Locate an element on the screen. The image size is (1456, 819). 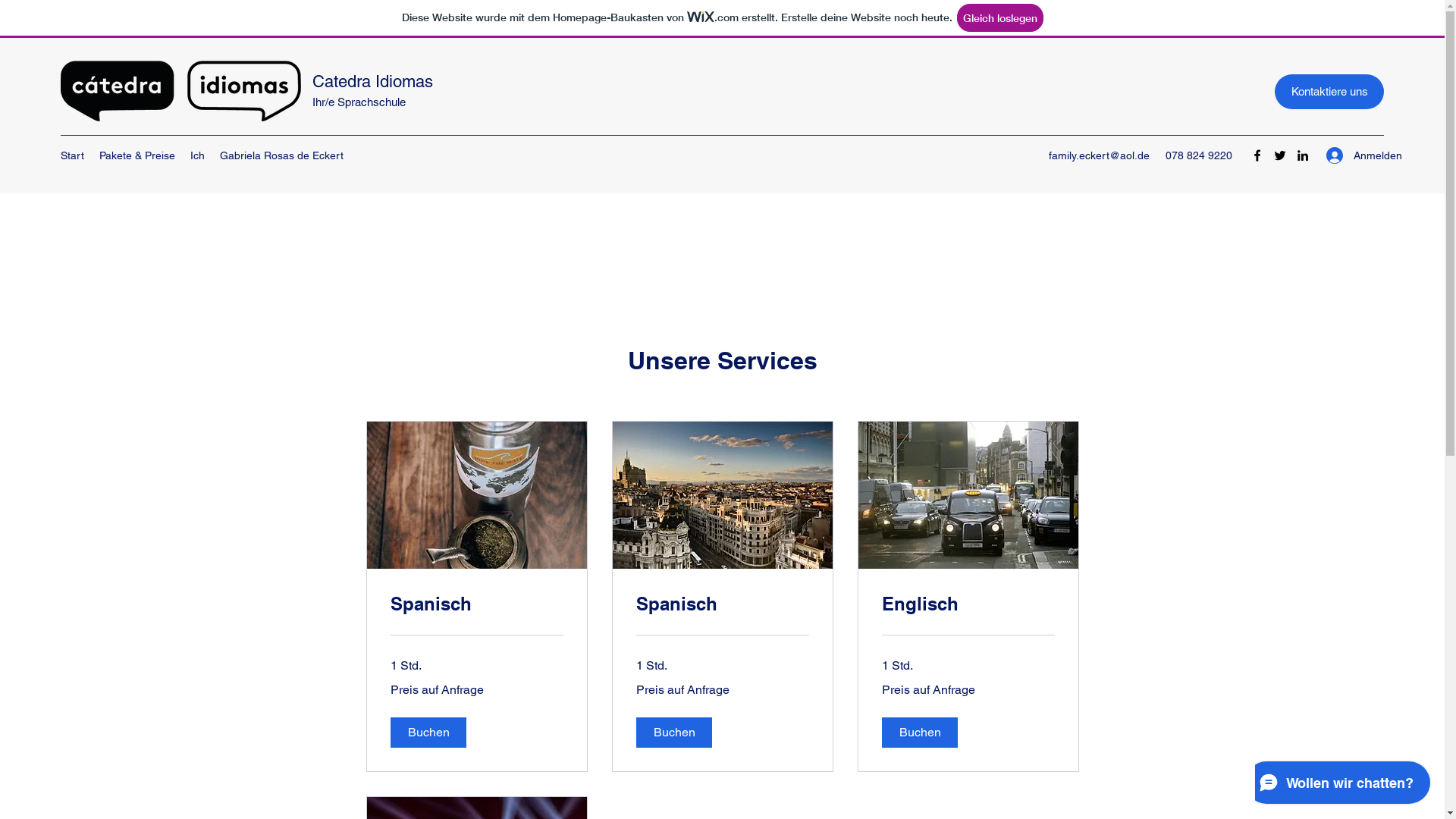
'Buchen' is located at coordinates (426, 731).